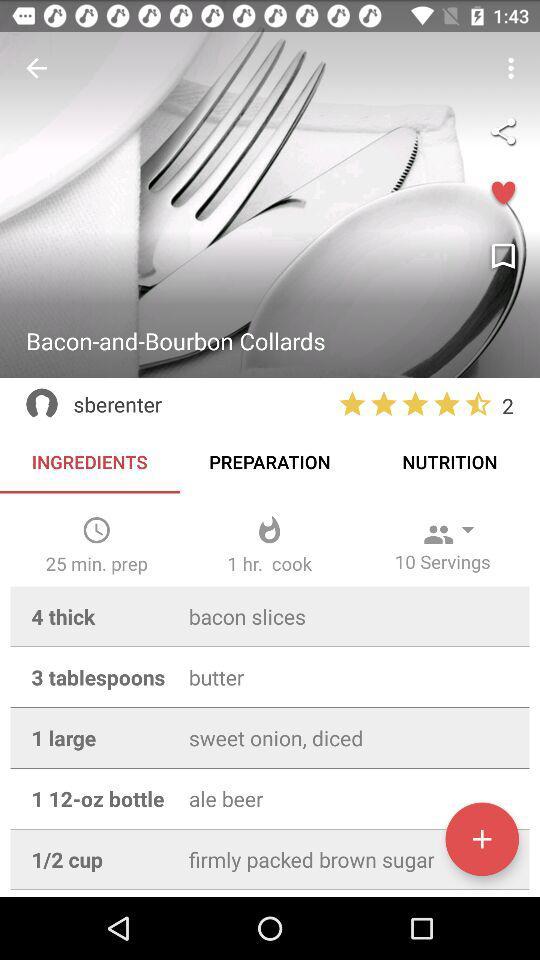  Describe the element at coordinates (502, 256) in the screenshot. I see `image save` at that location.